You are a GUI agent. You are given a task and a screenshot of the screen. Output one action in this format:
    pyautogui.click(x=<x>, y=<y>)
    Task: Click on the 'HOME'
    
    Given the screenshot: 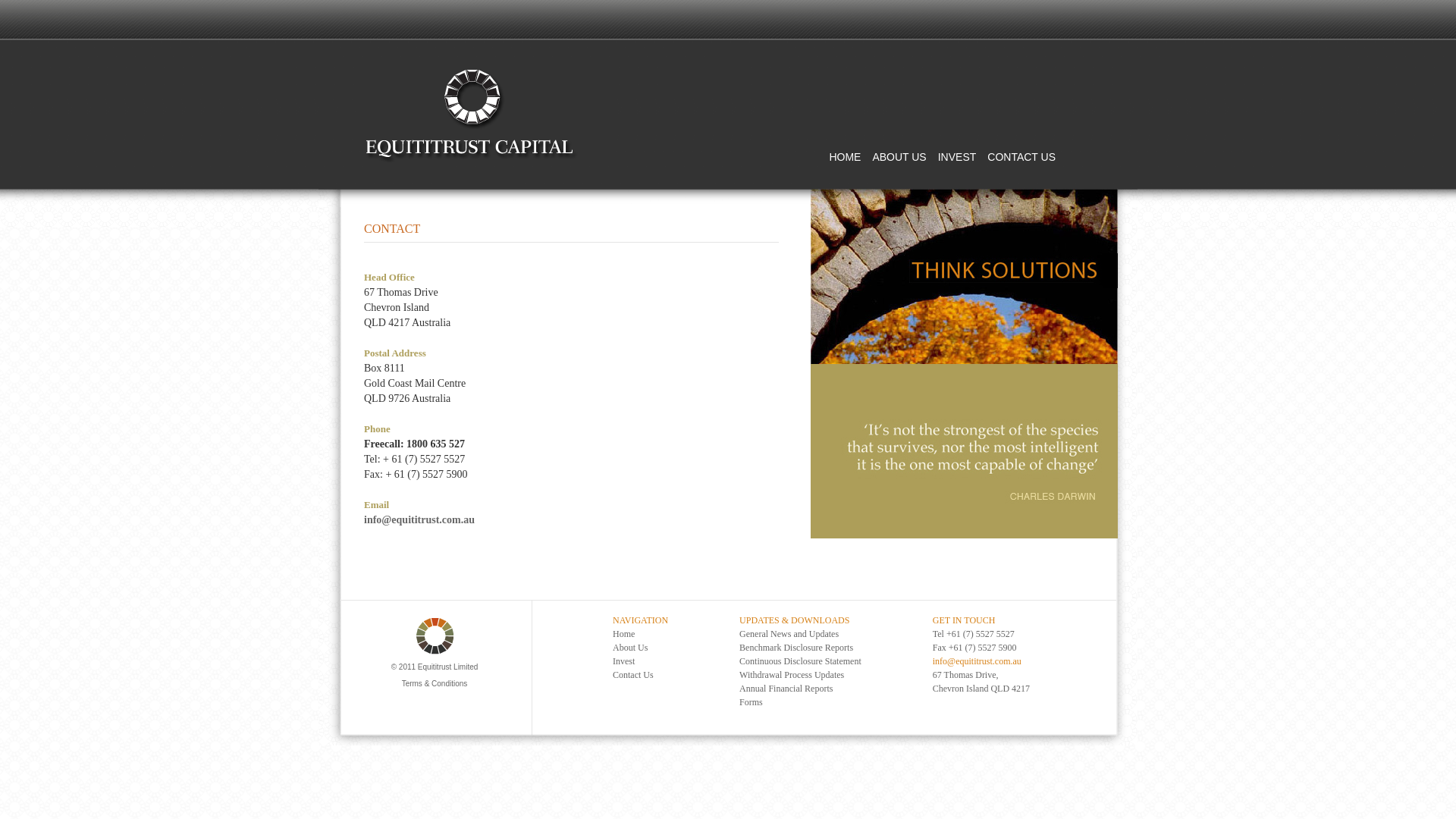 What is the action you would take?
    pyautogui.click(x=843, y=157)
    